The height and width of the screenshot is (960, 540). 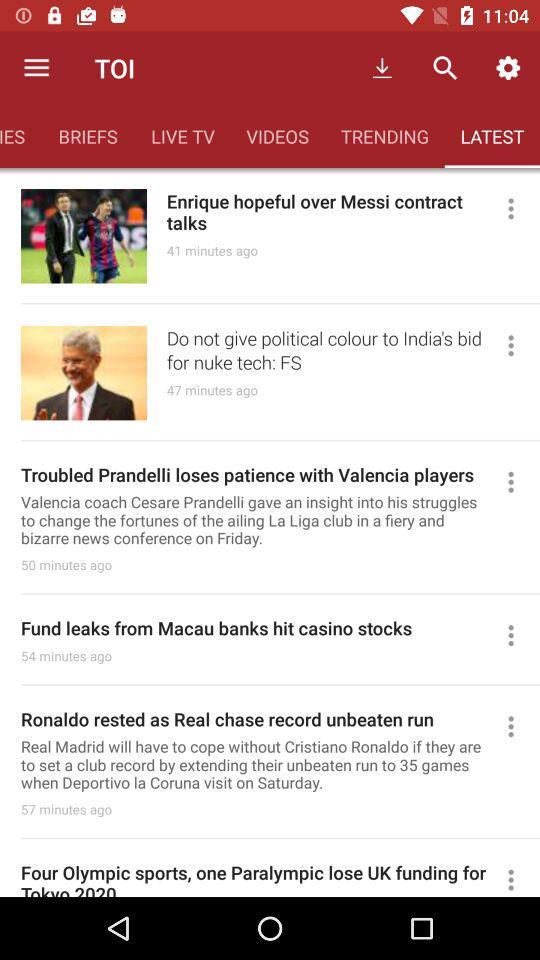 I want to click on options for article, so click(x=519, y=634).